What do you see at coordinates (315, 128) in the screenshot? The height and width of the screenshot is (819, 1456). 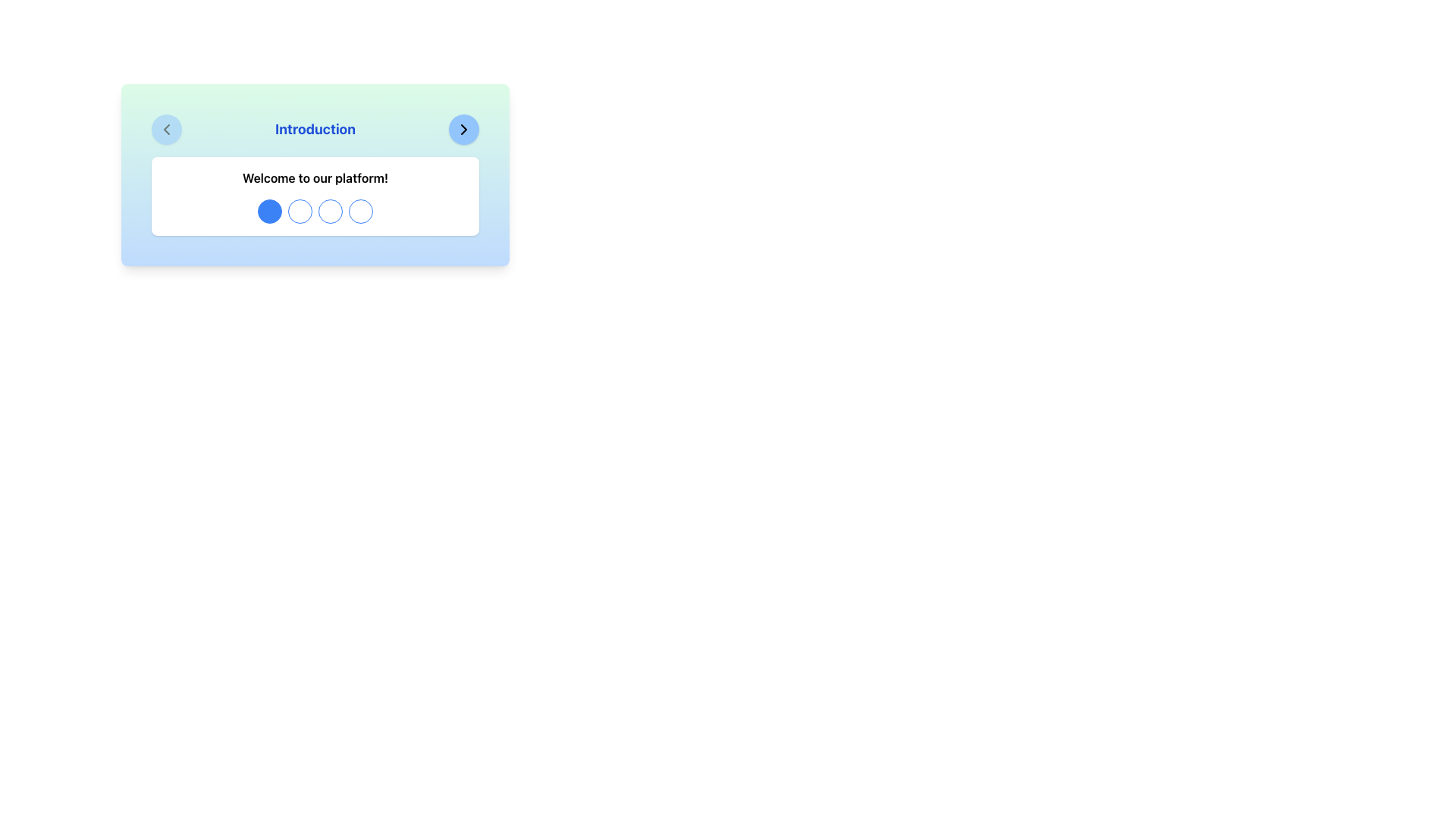 I see `the static text element that serves as a title or header, providing context for the content below` at bounding box center [315, 128].